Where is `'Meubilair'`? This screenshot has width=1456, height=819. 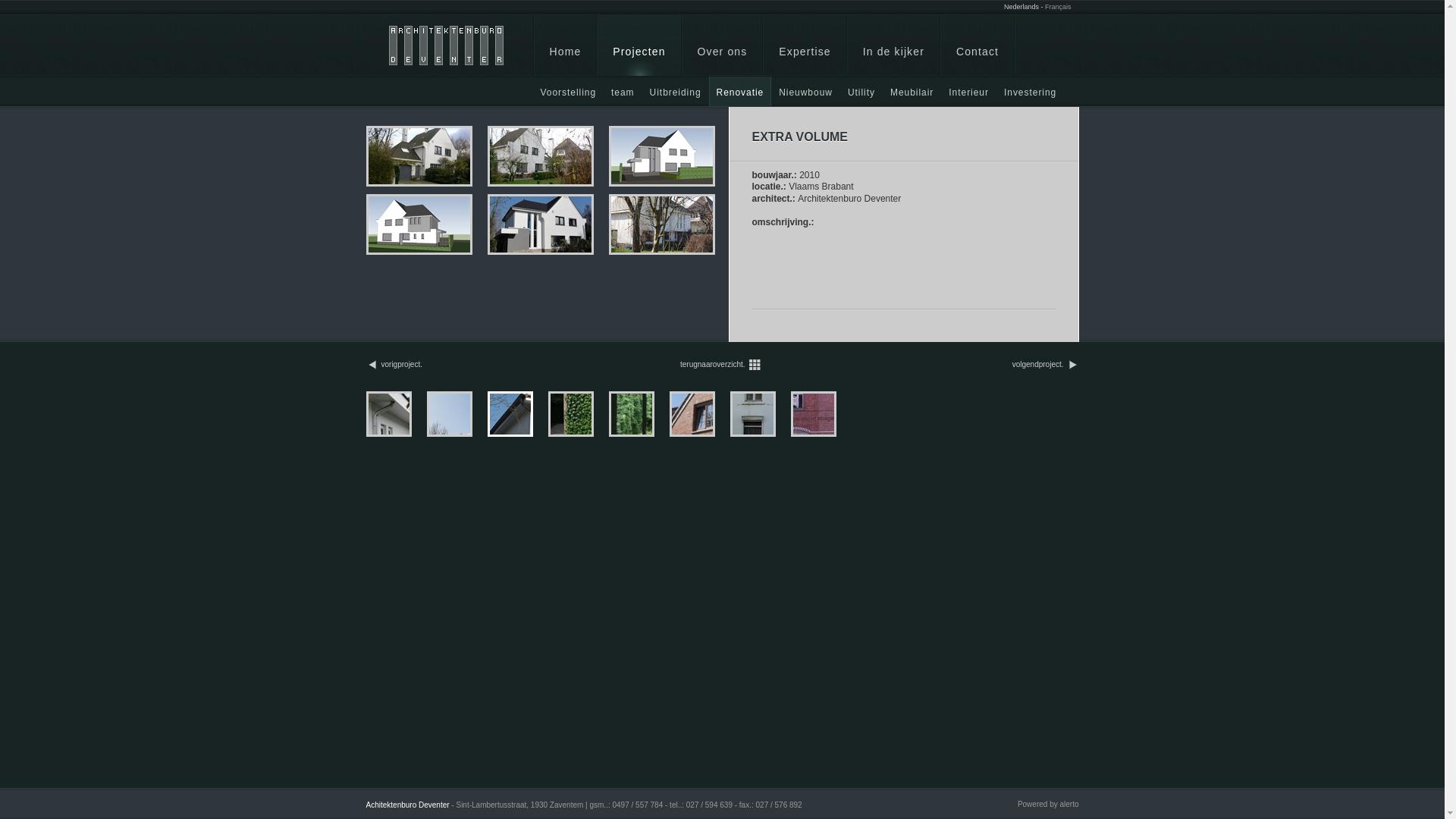
'Meubilair' is located at coordinates (911, 91).